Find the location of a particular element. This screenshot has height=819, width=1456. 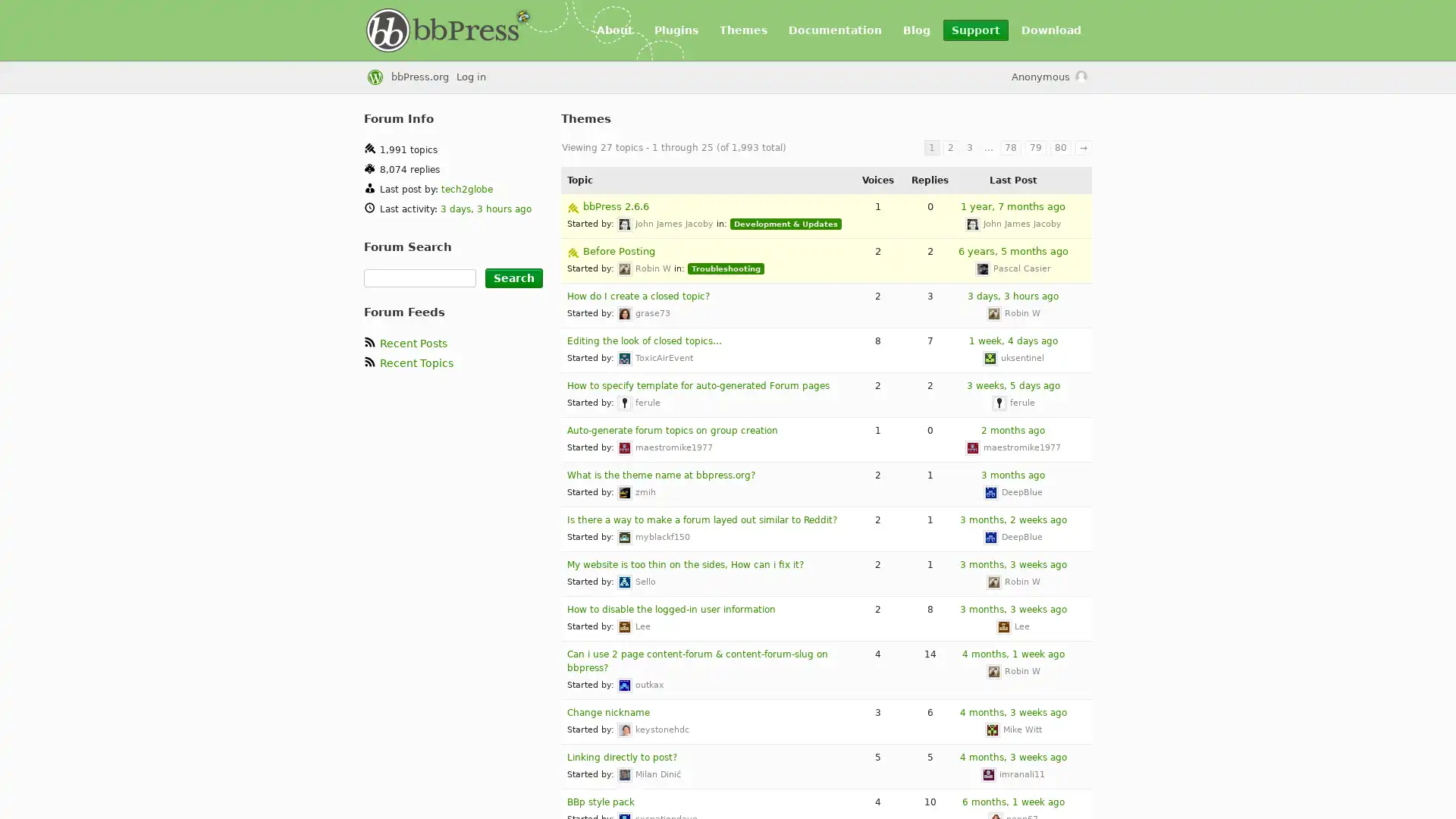

Search is located at coordinates (513, 278).